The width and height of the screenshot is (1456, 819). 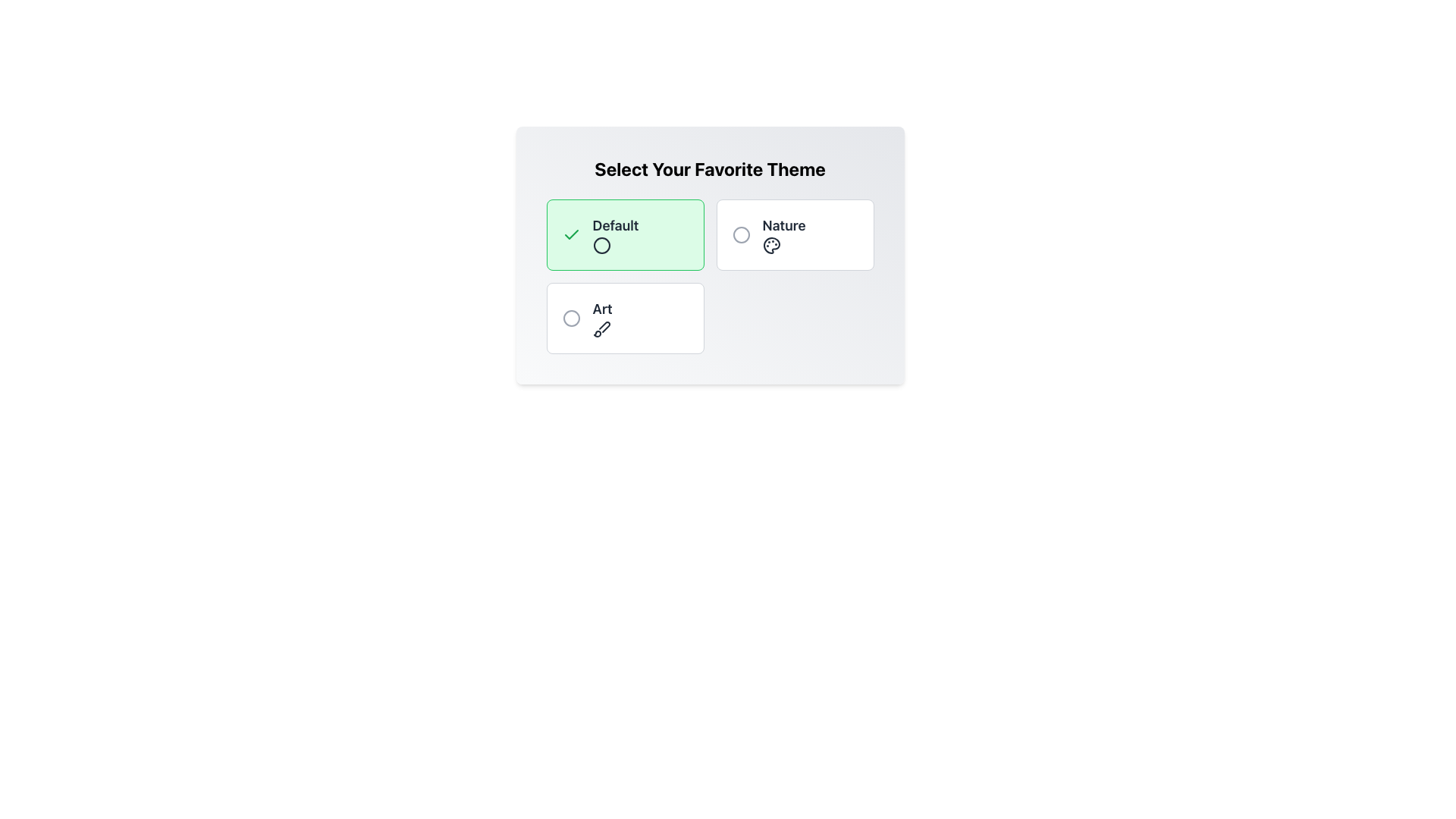 I want to click on the text label reading 'Default' styled with a gray font color located above a circular icon within the green-highlighted box in the 'Select Your Favorite Theme' section, so click(x=615, y=234).